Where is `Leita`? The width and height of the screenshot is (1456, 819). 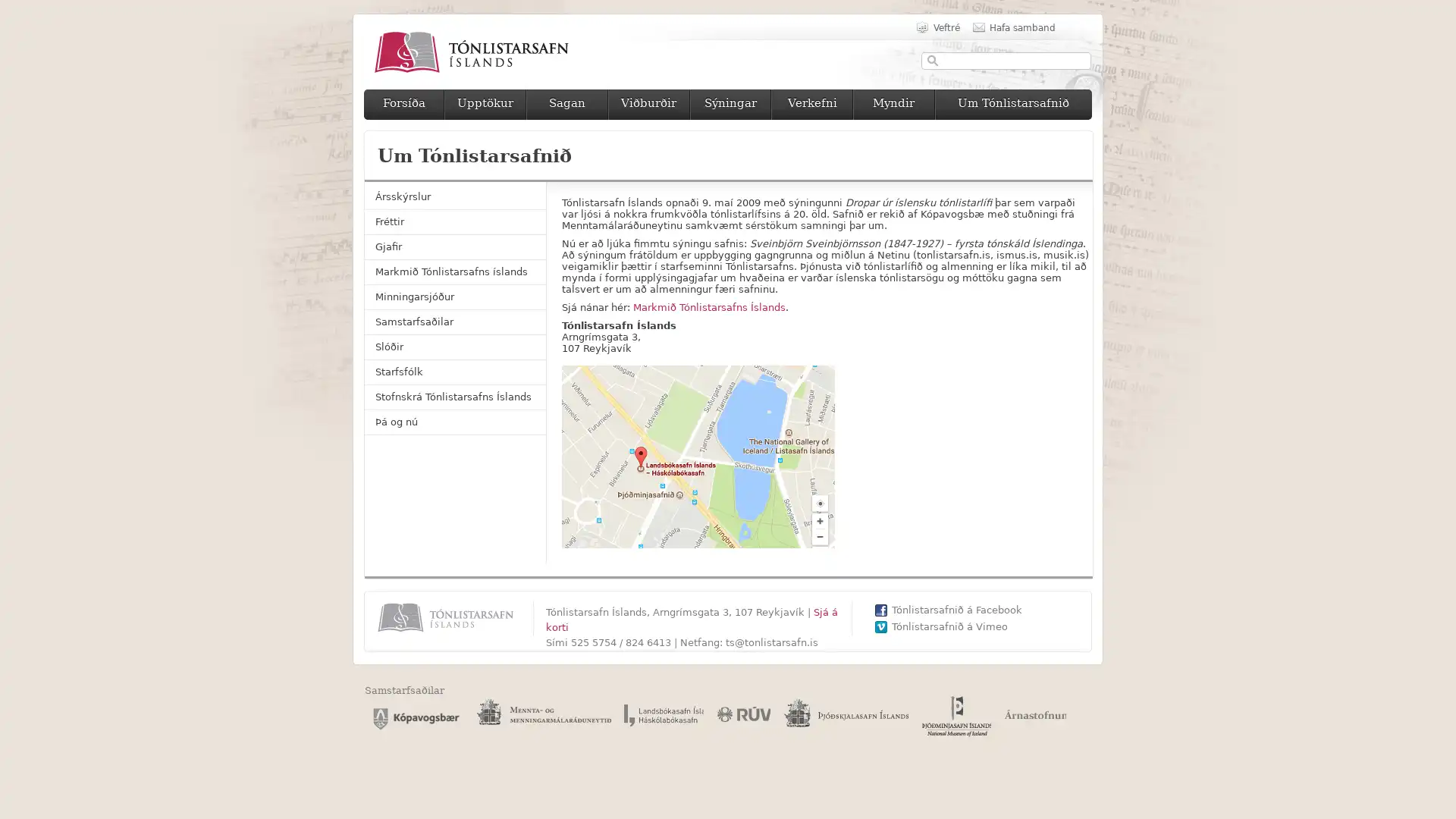 Leita is located at coordinates (932, 60).